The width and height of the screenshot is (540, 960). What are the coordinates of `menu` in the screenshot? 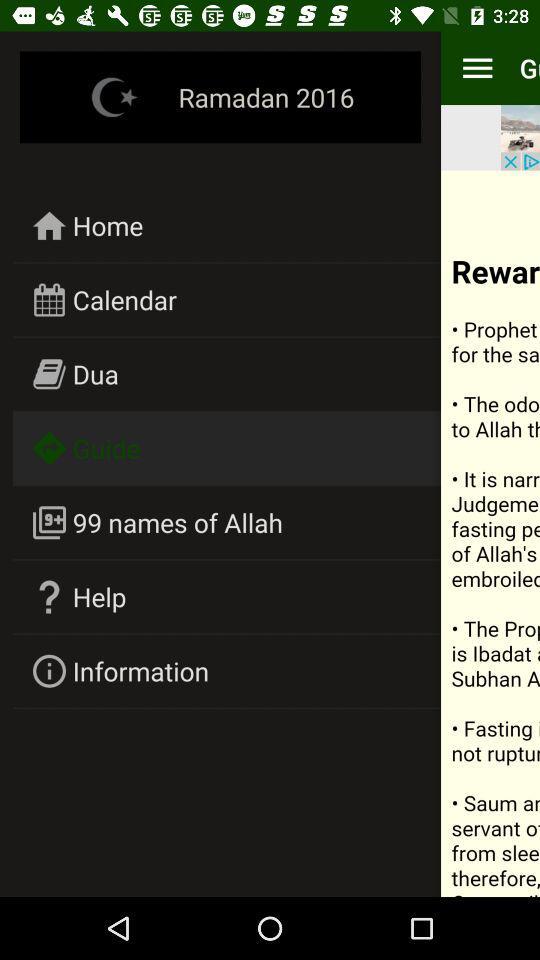 It's located at (489, 532).